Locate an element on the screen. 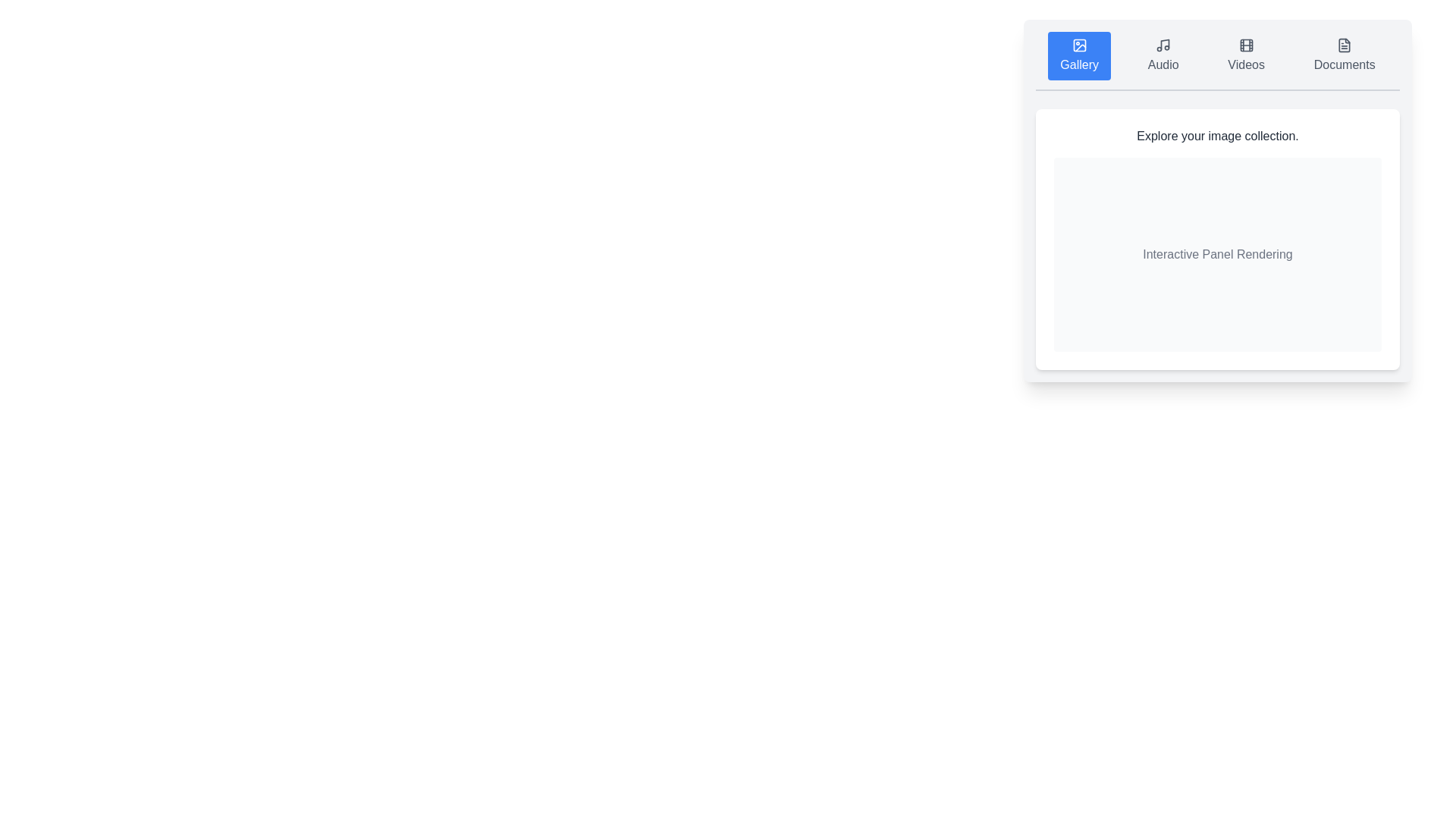 This screenshot has width=1456, height=819. the tab labeled Audio to observe its hover effects is located at coordinates (1163, 55).